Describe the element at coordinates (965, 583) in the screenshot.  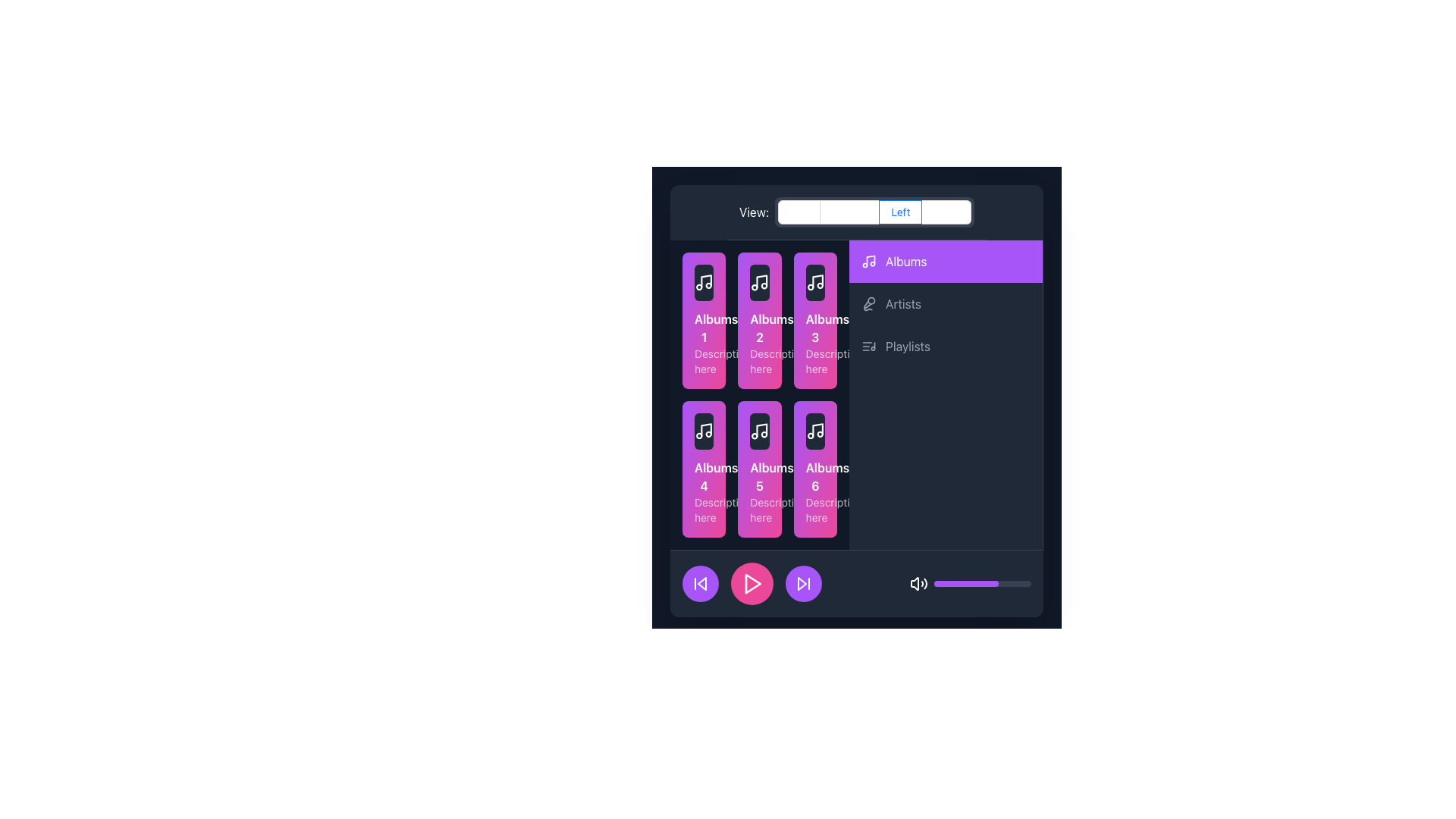
I see `the filled portion of the progress bar segment located in the bottom section of the interface, which visually indicates the current volume level or progress state` at that location.